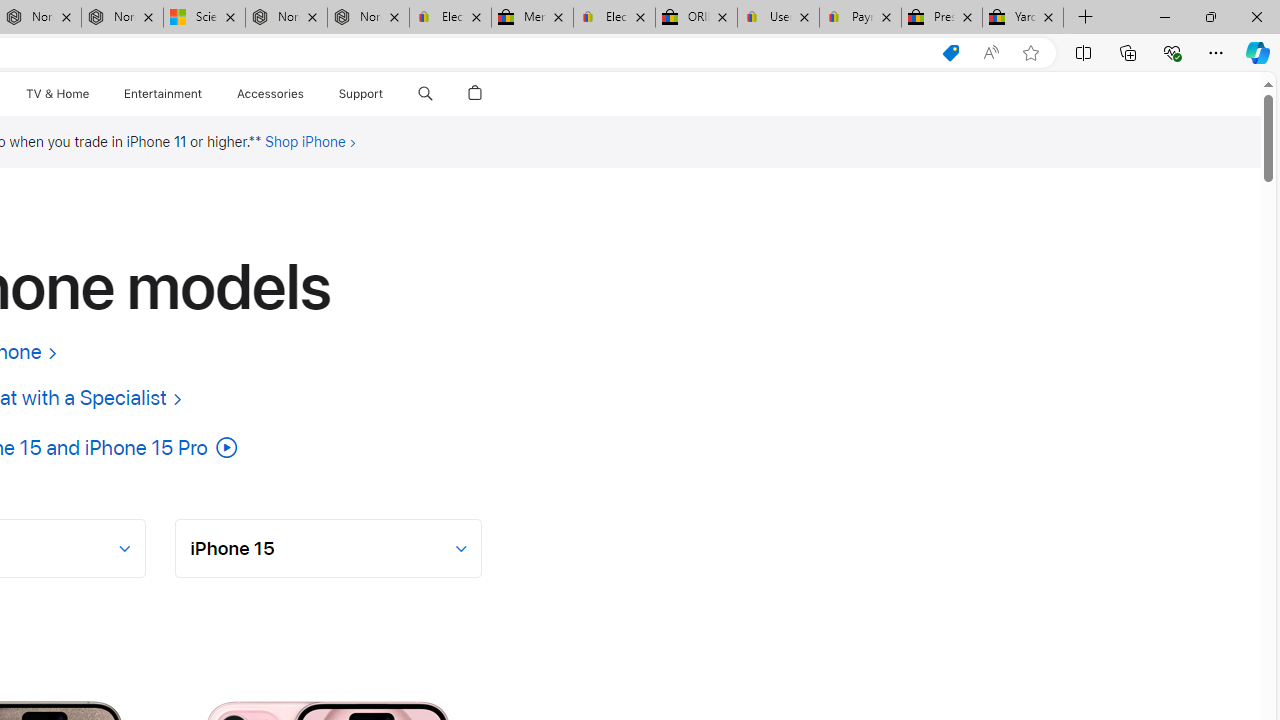 The width and height of the screenshot is (1280, 720). I want to click on 'Search apple.com', so click(424, 93).